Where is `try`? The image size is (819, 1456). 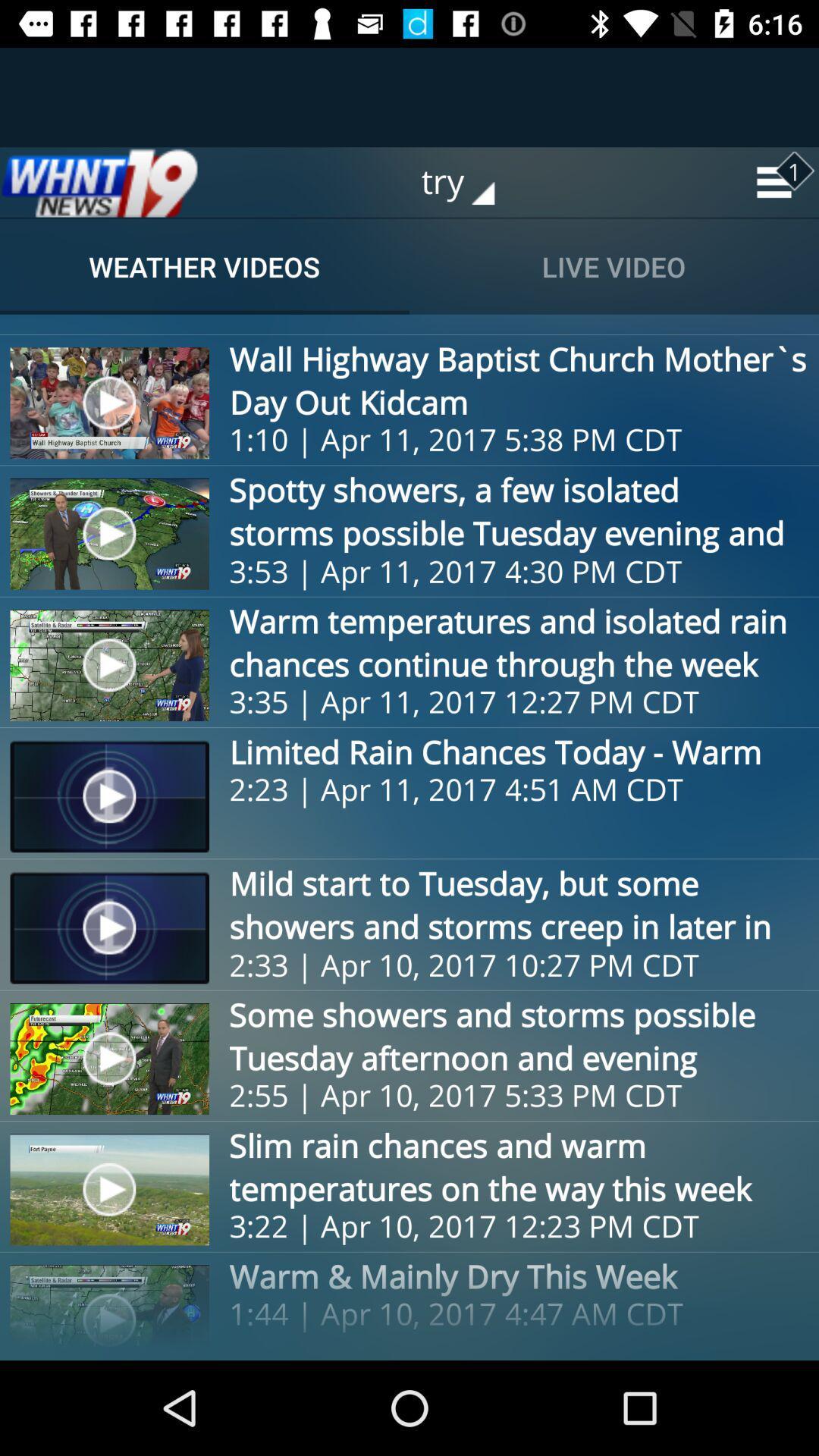 try is located at coordinates (468, 182).